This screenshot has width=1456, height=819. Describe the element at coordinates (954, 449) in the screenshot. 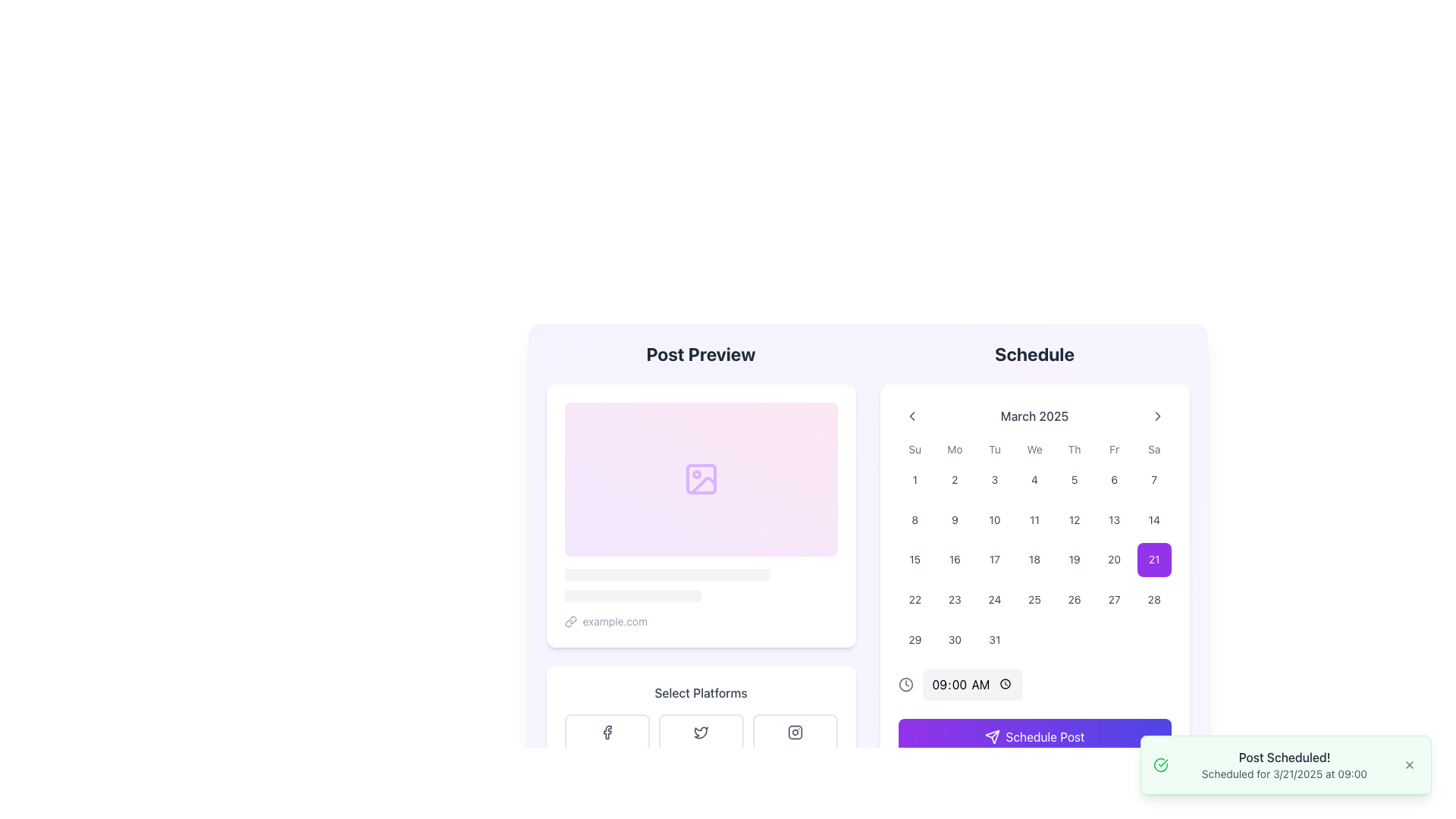

I see `the stylized abbreviation 'Mo' displayed in gray color within the calendar header, located in the second column from the left` at that location.